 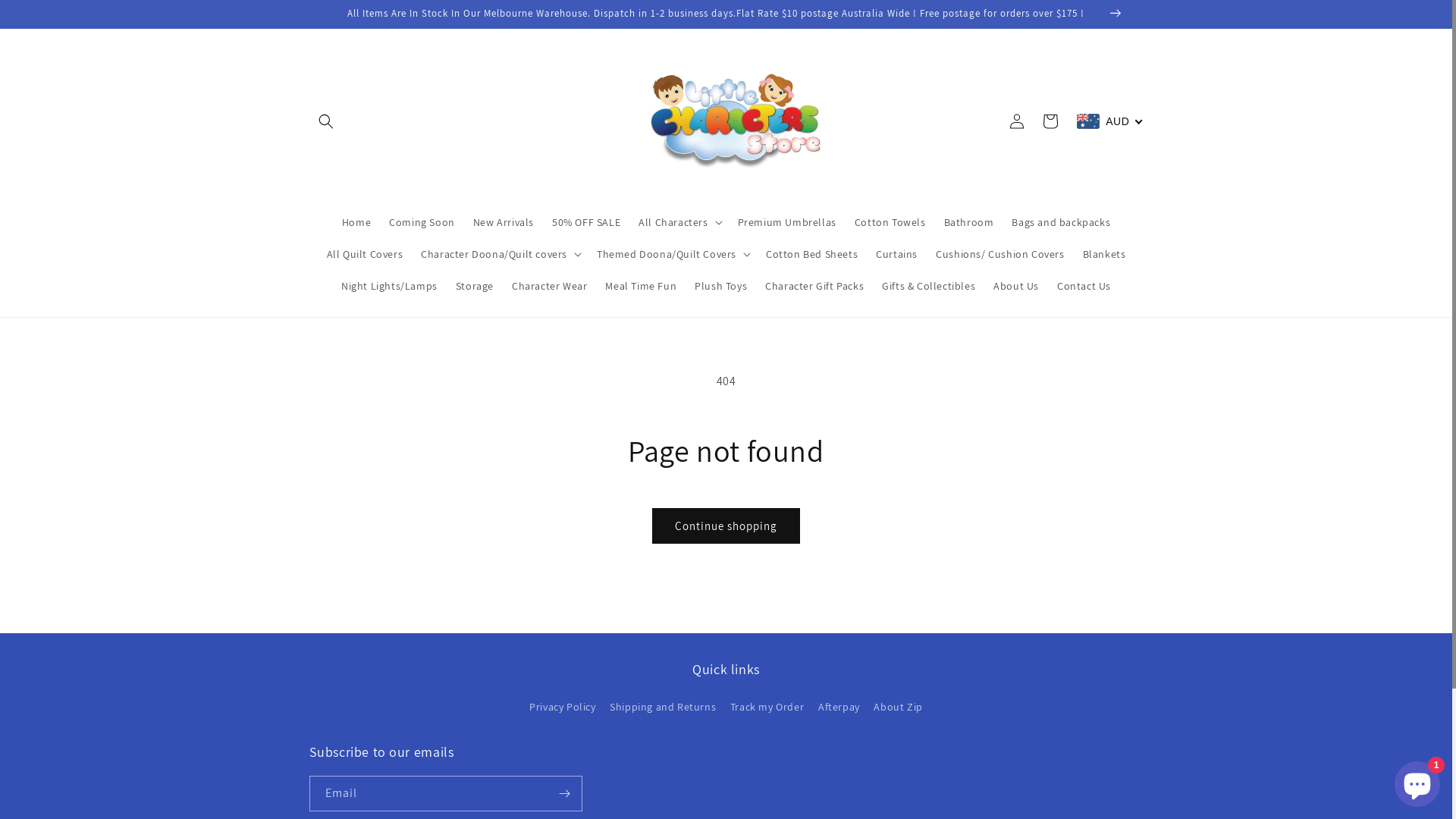 I want to click on 'Curtains', so click(x=896, y=253).